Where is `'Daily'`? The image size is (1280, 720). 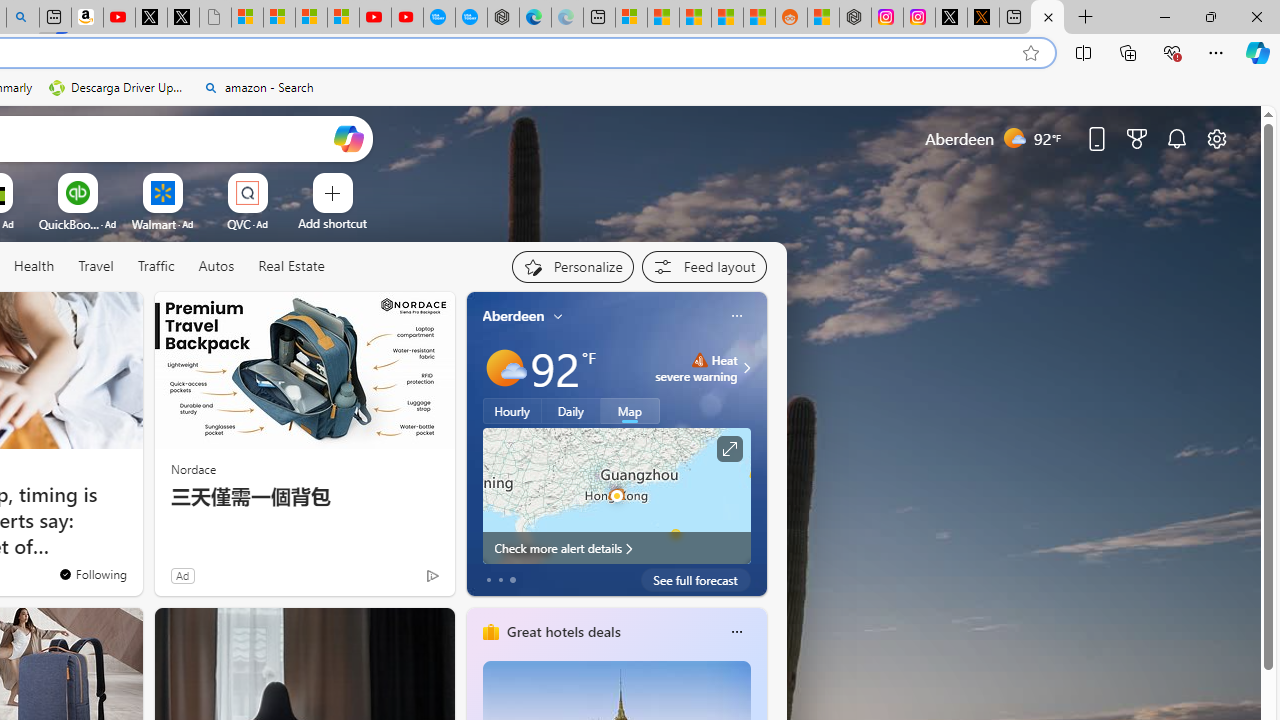
'Daily' is located at coordinates (570, 410).